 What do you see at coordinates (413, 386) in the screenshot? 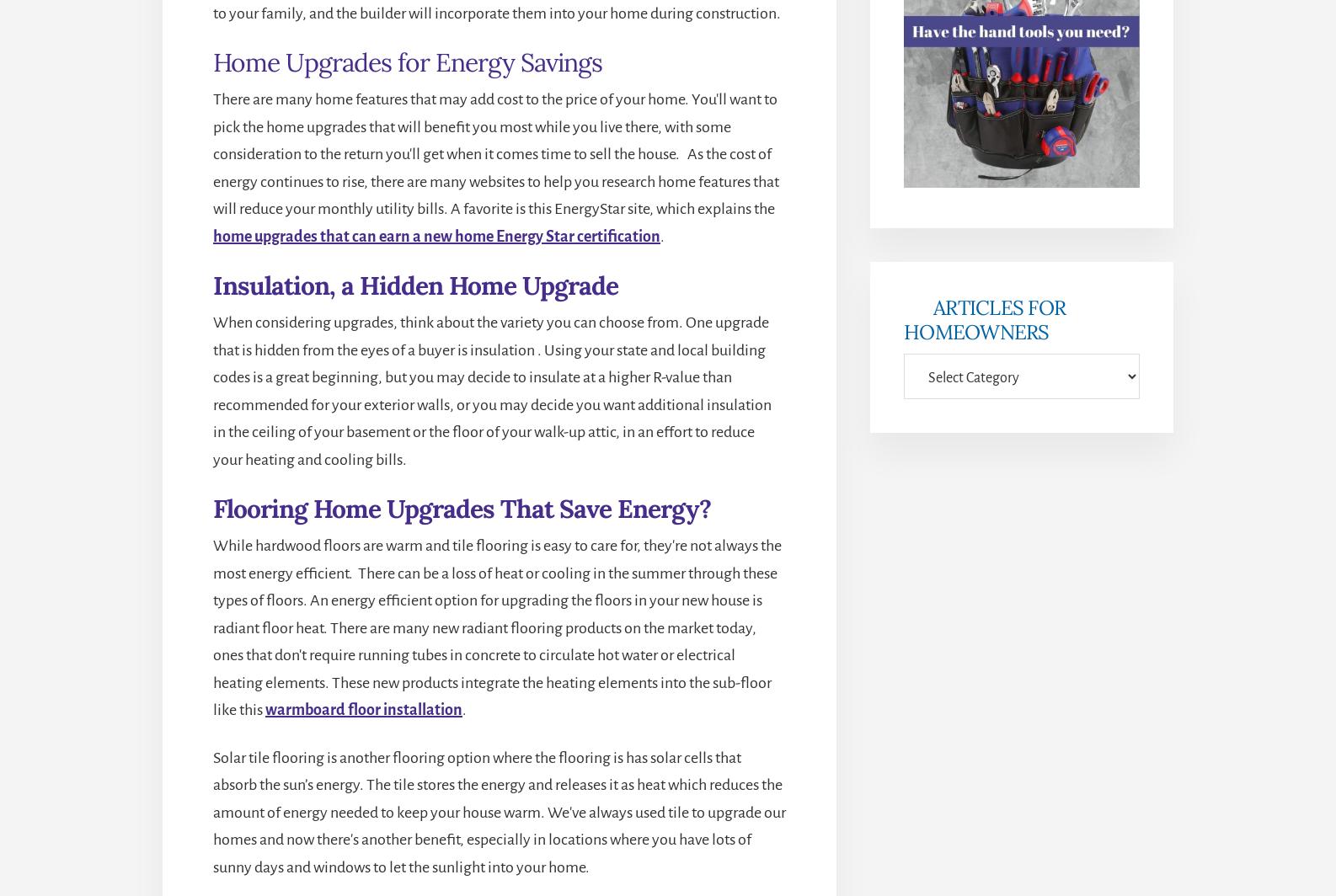
I see `'The name tells our story! We provide women homeowners with “how to” resources to manage their homes with confidence. We strive for homes that support how you want to live, while building equity for your future too.'` at bounding box center [413, 386].